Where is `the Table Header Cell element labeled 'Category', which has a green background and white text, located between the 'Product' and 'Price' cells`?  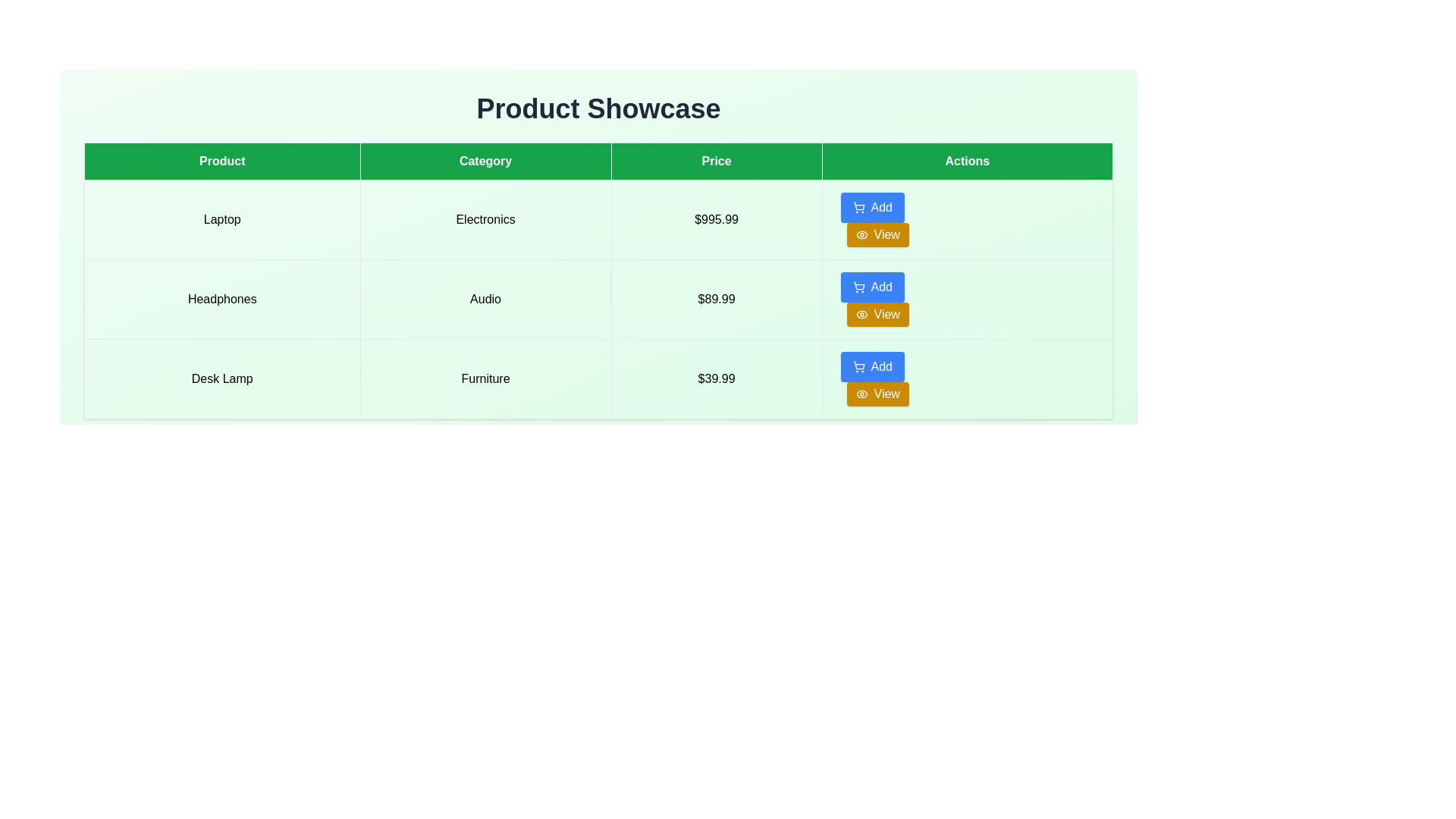
the Table Header Cell element labeled 'Category', which has a green background and white text, located between the 'Product' and 'Price' cells is located at coordinates (485, 161).